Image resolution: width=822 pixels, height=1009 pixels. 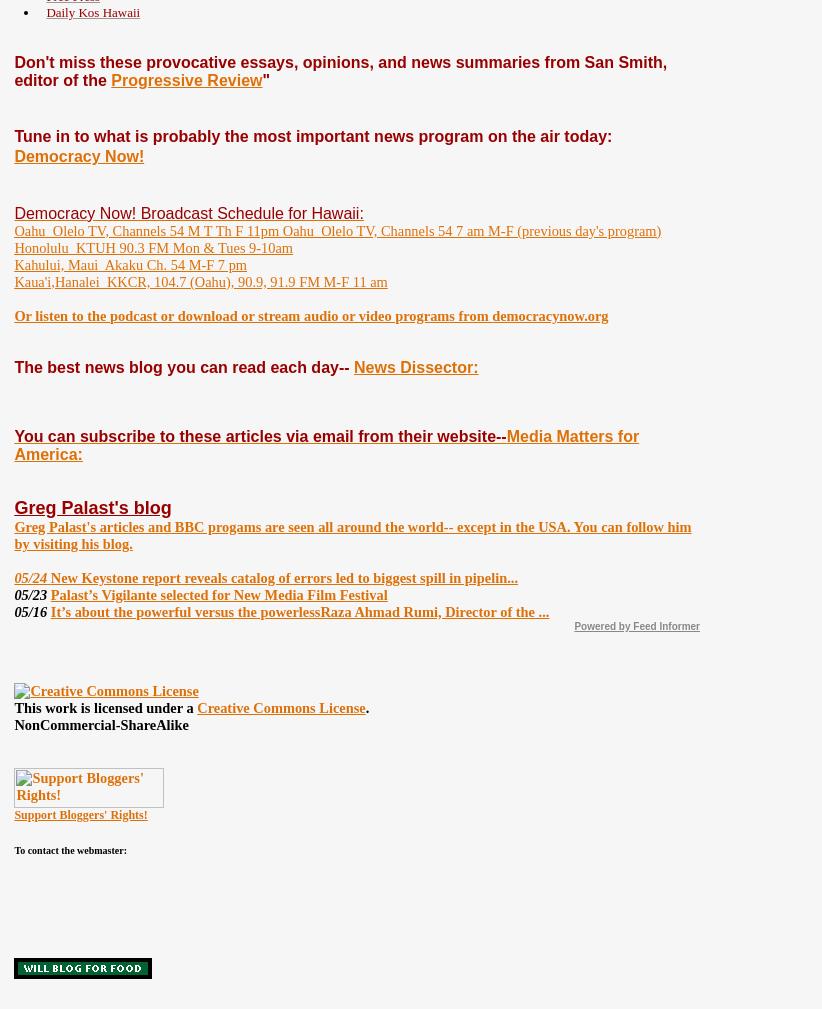 What do you see at coordinates (187, 211) in the screenshot?
I see `'Democracy Now! Broadcast Schedule for Hawaii:'` at bounding box center [187, 211].